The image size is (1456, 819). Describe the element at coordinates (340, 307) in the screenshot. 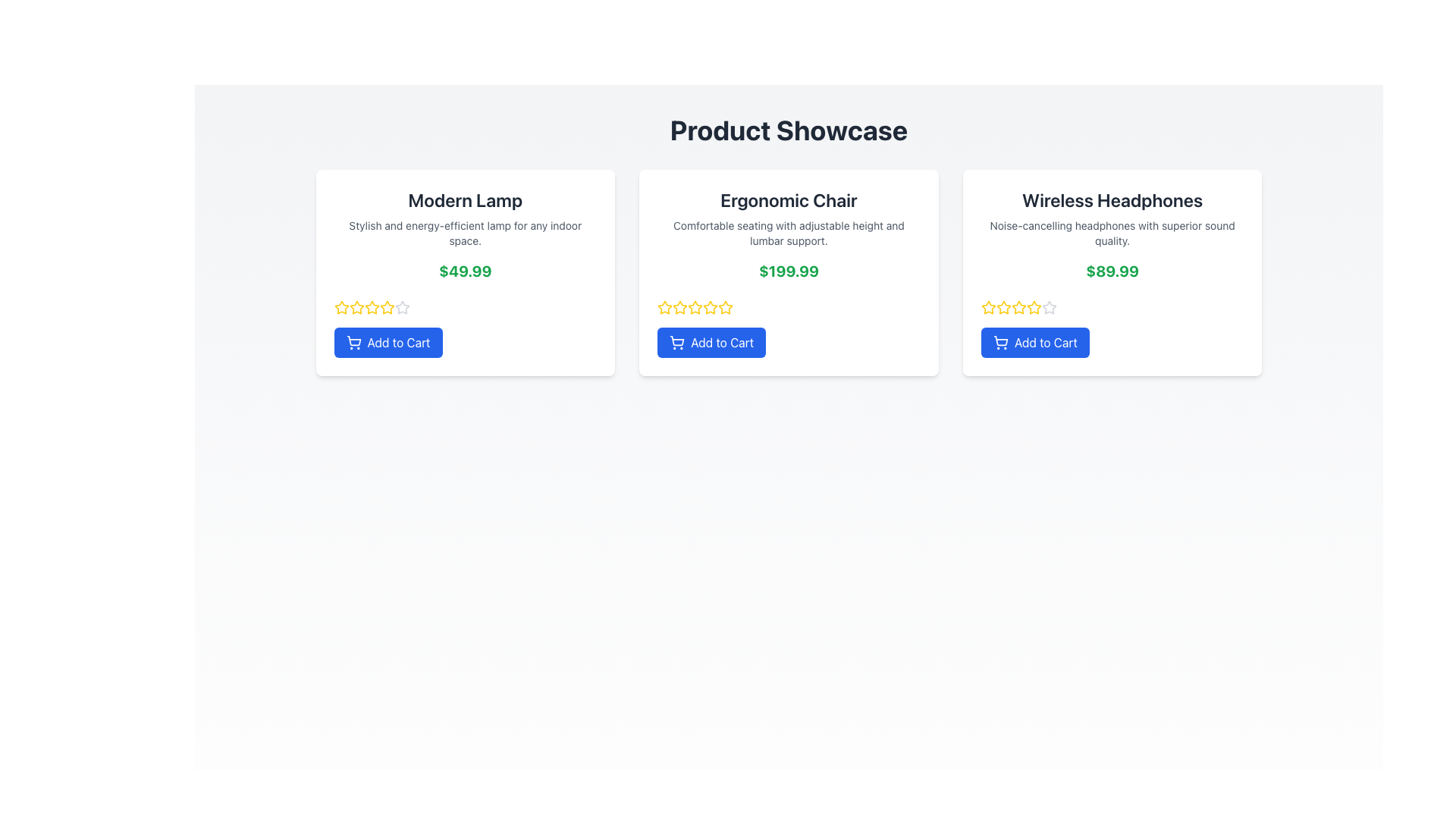

I see `the first star icon in the rating system for the 'Modern Lamp' card, located below the product information` at that location.